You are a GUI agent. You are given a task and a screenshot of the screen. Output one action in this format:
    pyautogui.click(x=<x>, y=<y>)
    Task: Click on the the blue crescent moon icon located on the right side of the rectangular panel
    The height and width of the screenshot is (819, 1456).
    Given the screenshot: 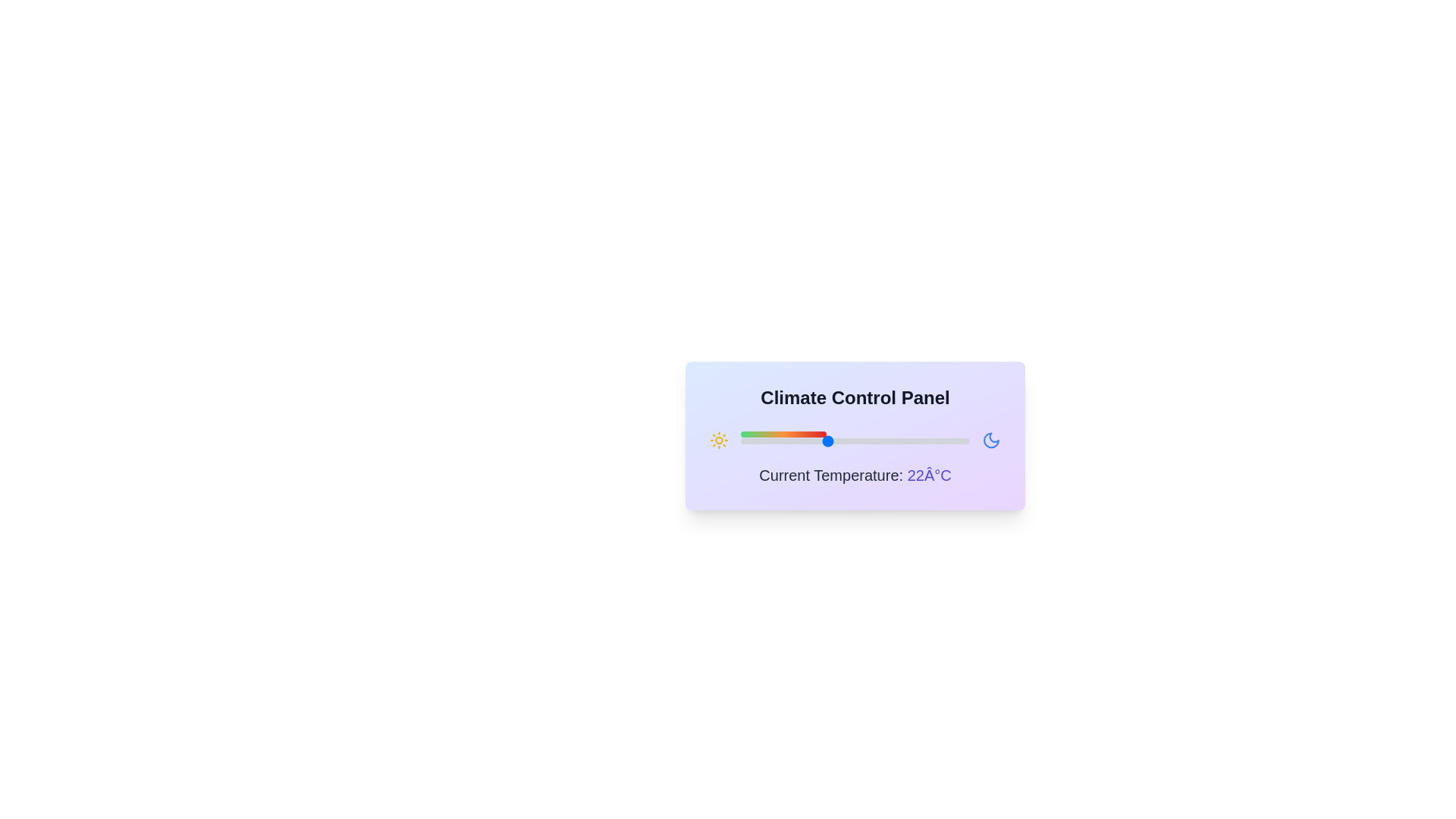 What is the action you would take?
    pyautogui.click(x=991, y=441)
    